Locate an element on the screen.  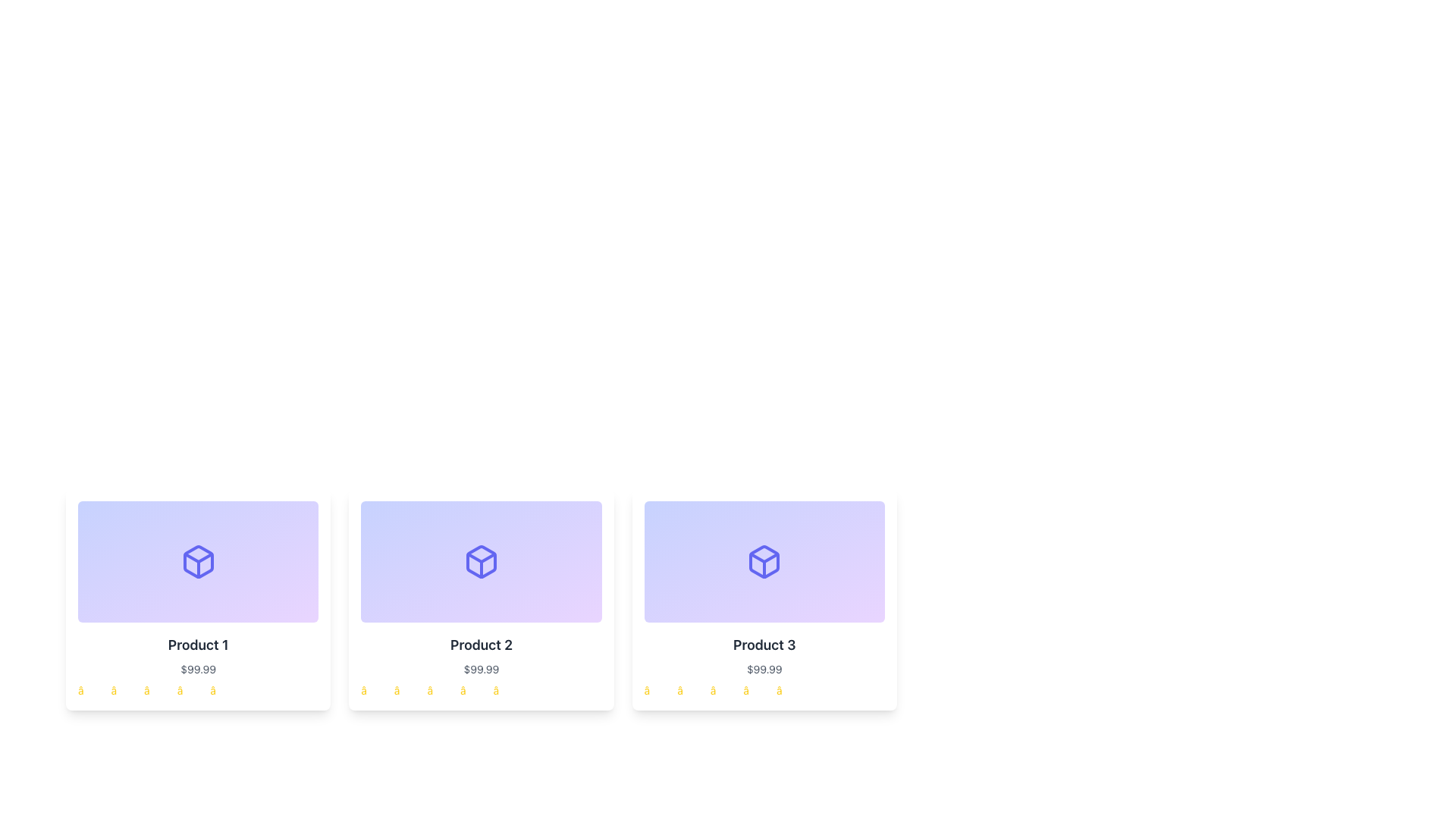
the cube-shaped icon with a gradient purple background, located in the middle of the first card in a horizontally aligned layout of three cards is located at coordinates (197, 561).